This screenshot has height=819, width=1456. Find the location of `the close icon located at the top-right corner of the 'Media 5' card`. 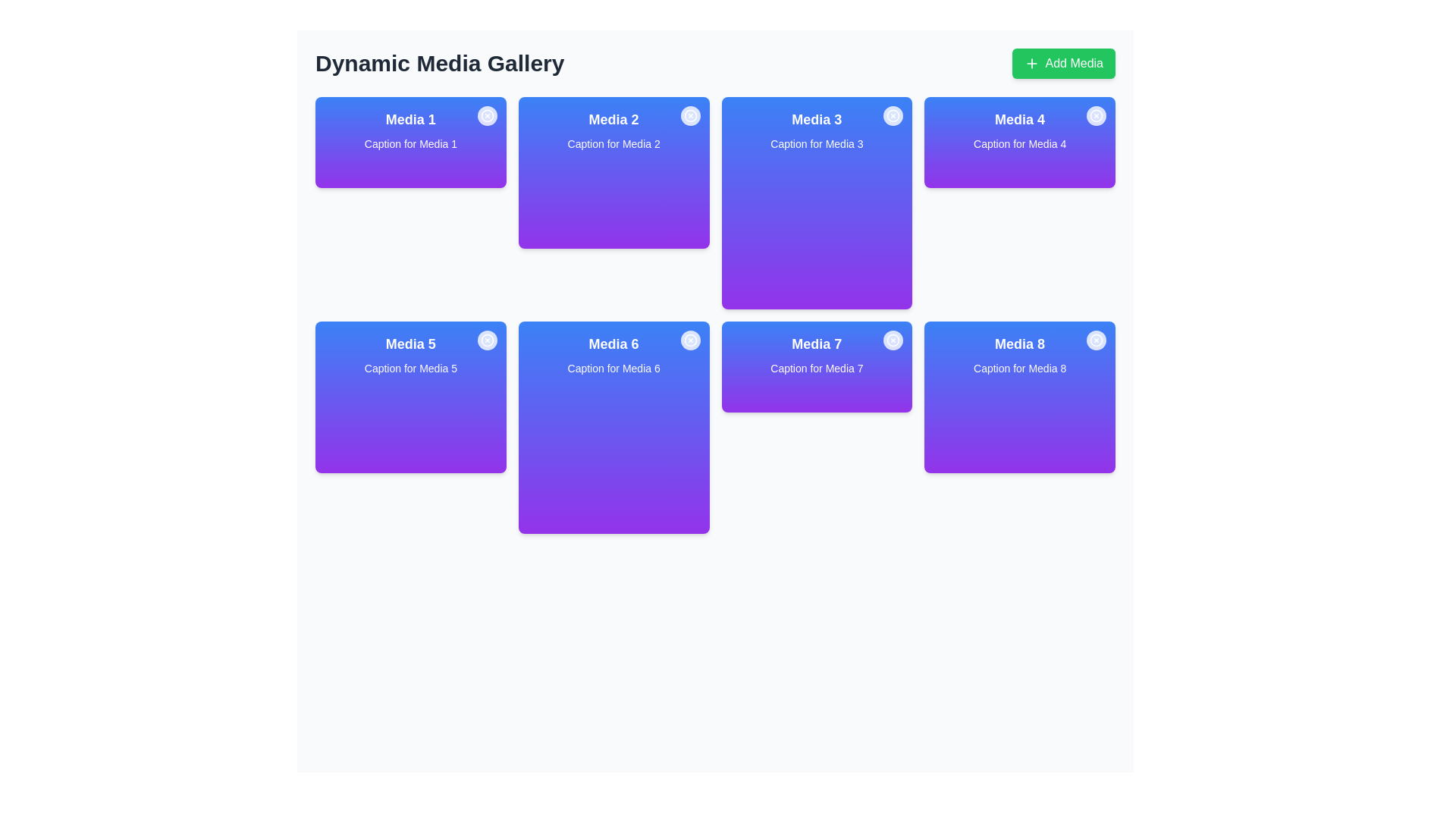

the close icon located at the top-right corner of the 'Media 5' card is located at coordinates (487, 339).